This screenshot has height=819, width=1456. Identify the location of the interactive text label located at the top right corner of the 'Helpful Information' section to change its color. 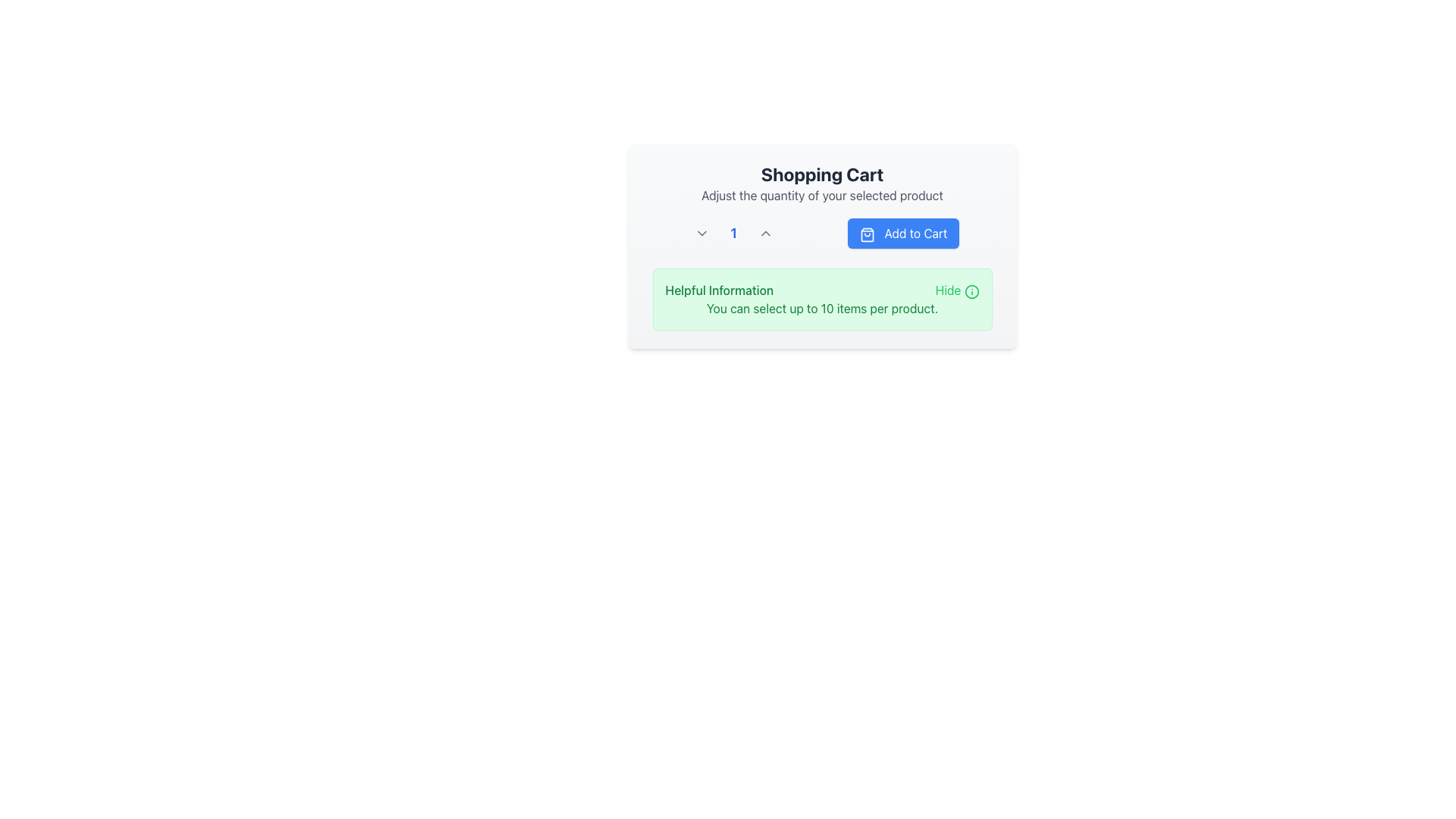
(956, 290).